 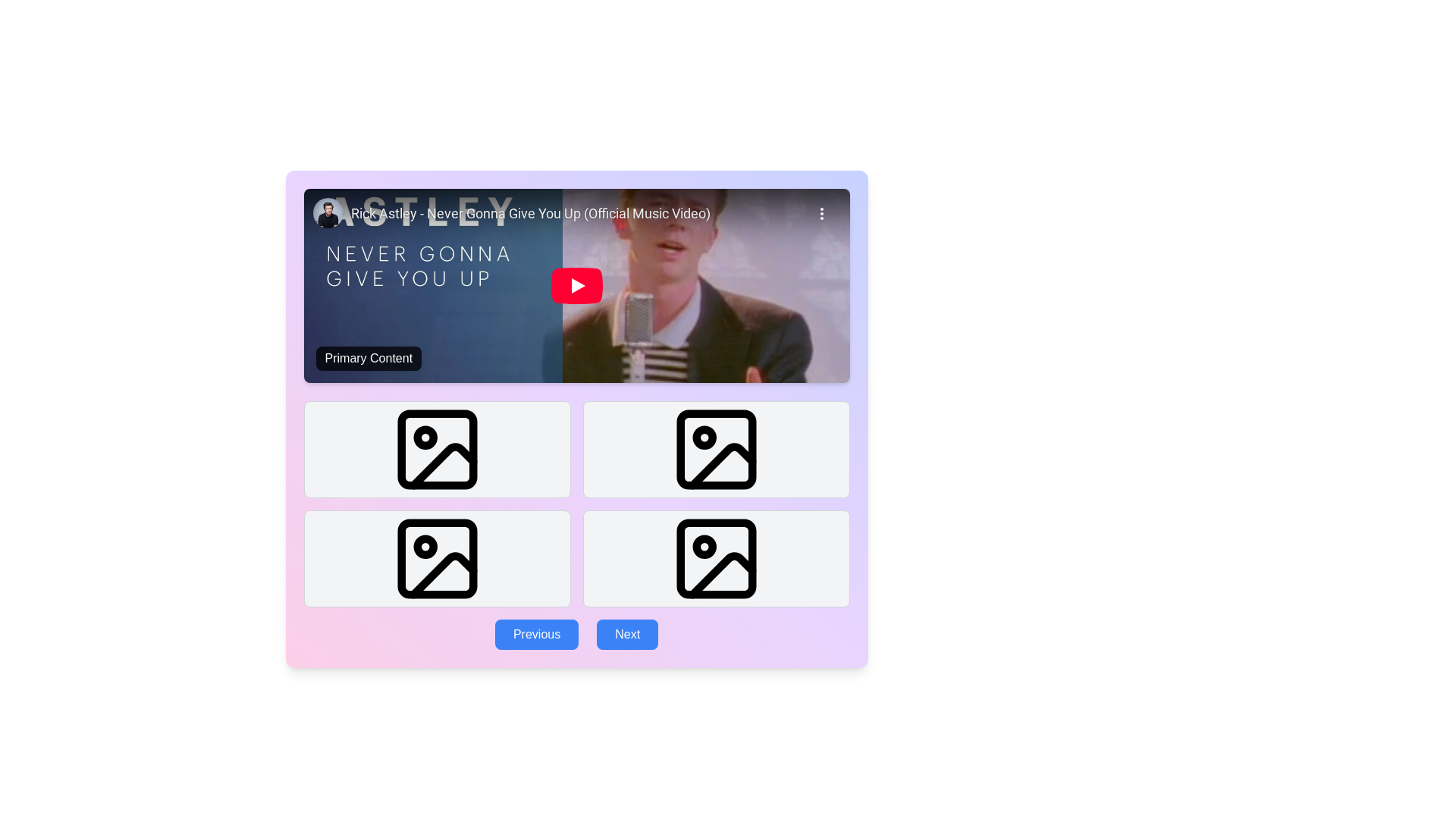 What do you see at coordinates (436, 449) in the screenshot?
I see `the decorative rectangle positioned at the top-left corner of the larger image icon in the top-left quadrant of a 2x2 grid` at bounding box center [436, 449].